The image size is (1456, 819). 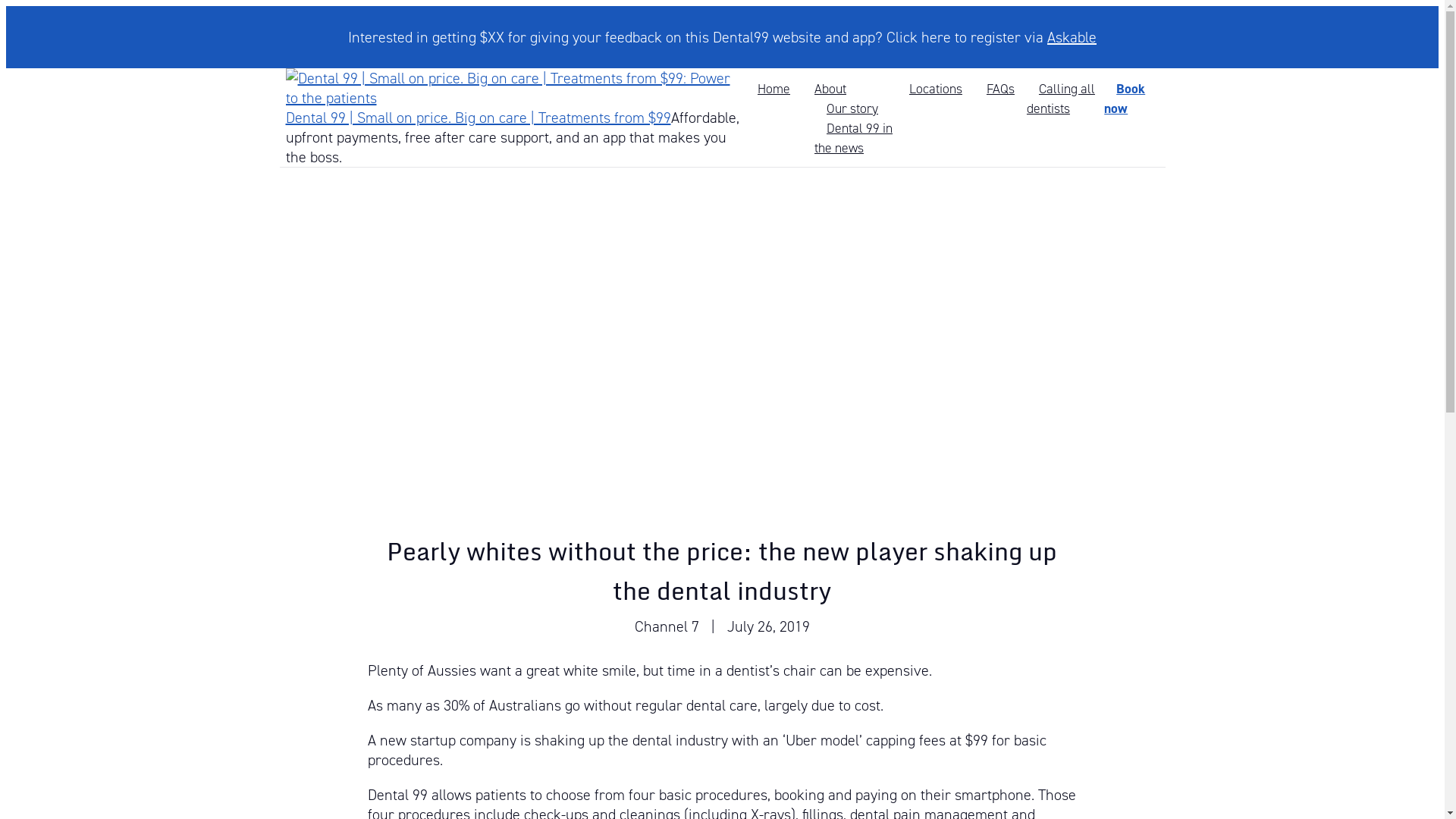 I want to click on 'About', so click(x=829, y=88).